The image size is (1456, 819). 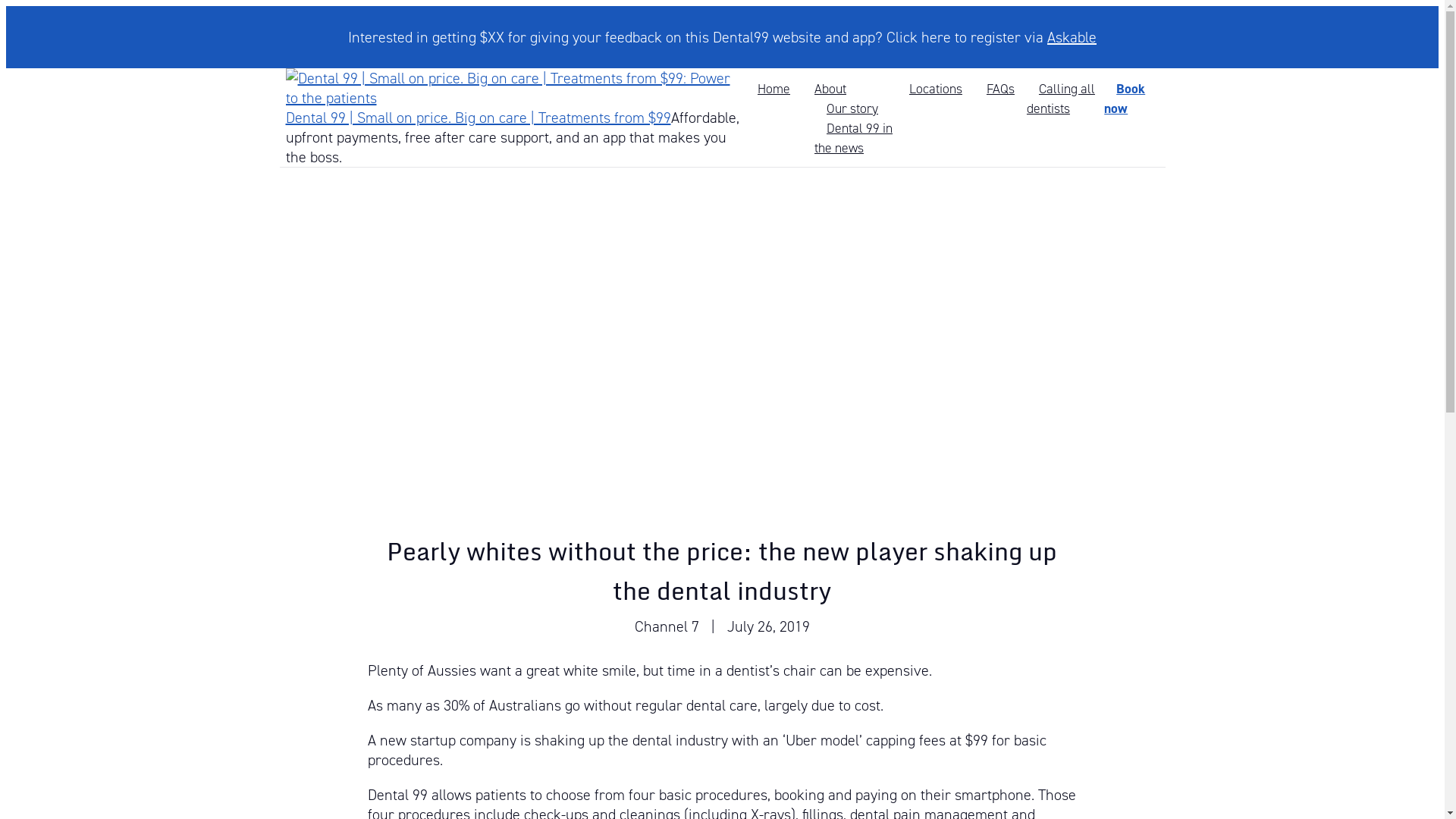 I want to click on 'About', so click(x=829, y=88).